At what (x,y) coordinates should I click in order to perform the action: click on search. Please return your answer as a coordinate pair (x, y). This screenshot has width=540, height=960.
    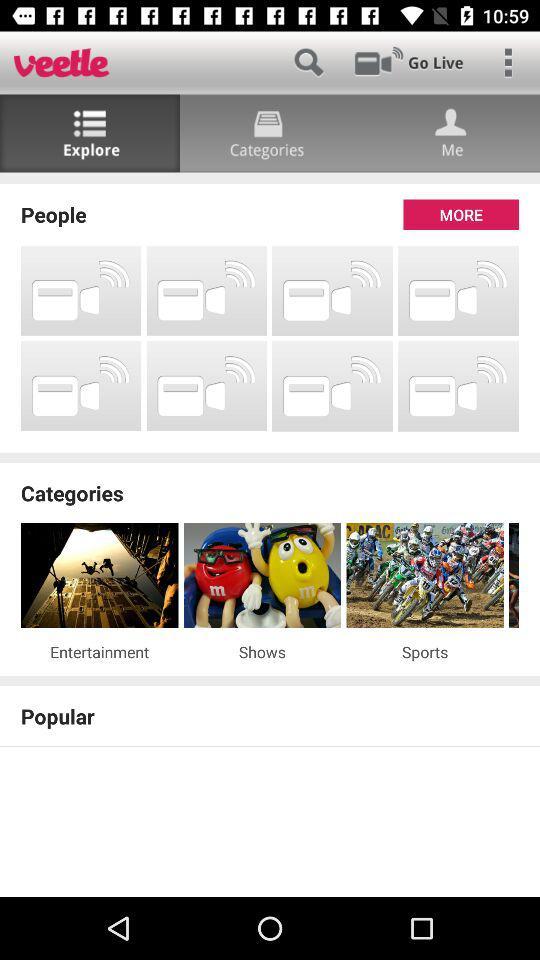
    Looking at the image, I should click on (308, 62).